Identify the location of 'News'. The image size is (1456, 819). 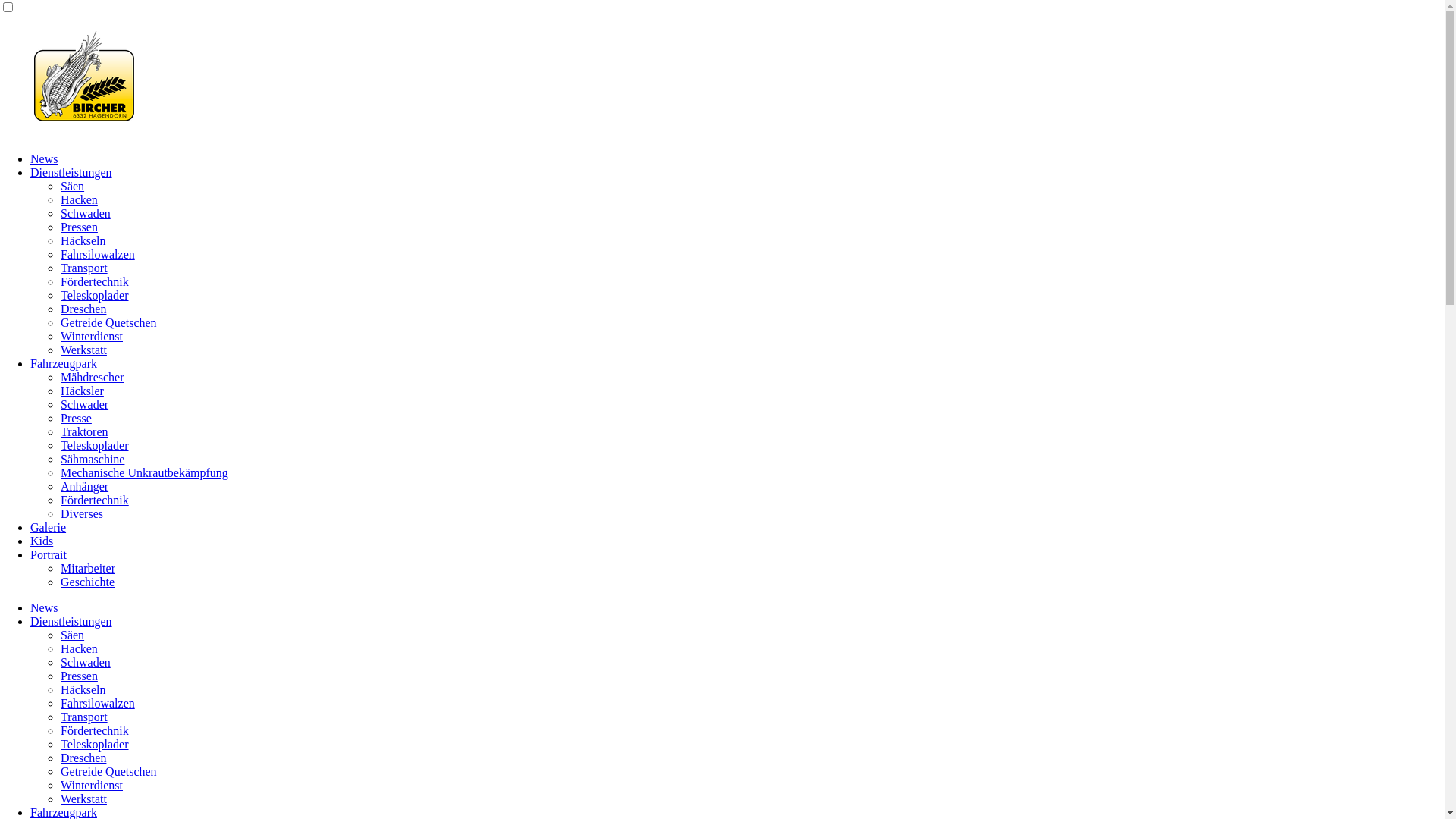
(43, 158).